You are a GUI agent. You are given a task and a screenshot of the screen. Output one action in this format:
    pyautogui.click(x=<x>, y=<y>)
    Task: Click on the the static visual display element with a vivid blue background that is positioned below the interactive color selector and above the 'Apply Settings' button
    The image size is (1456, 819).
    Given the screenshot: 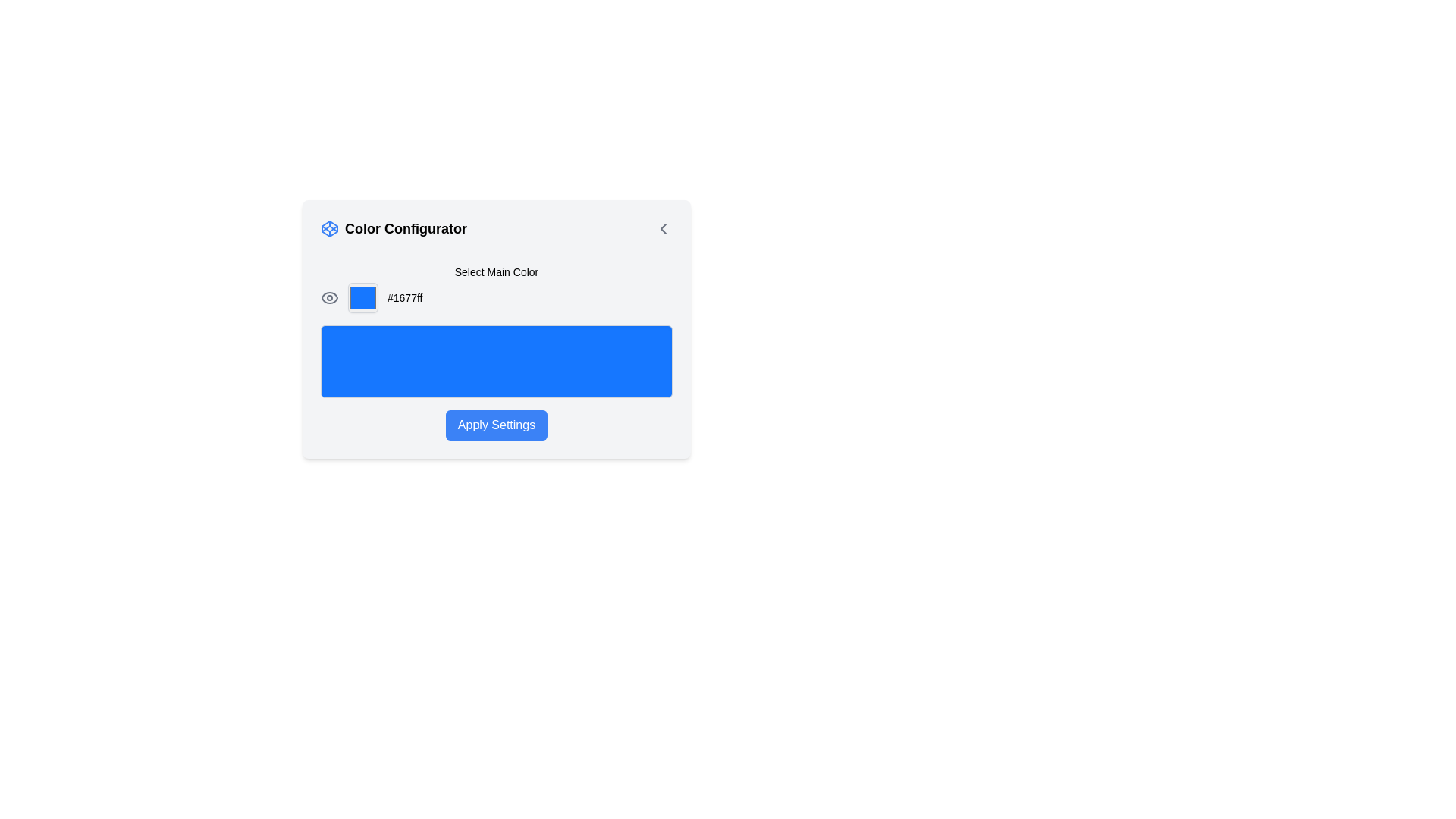 What is the action you would take?
    pyautogui.click(x=496, y=353)
    